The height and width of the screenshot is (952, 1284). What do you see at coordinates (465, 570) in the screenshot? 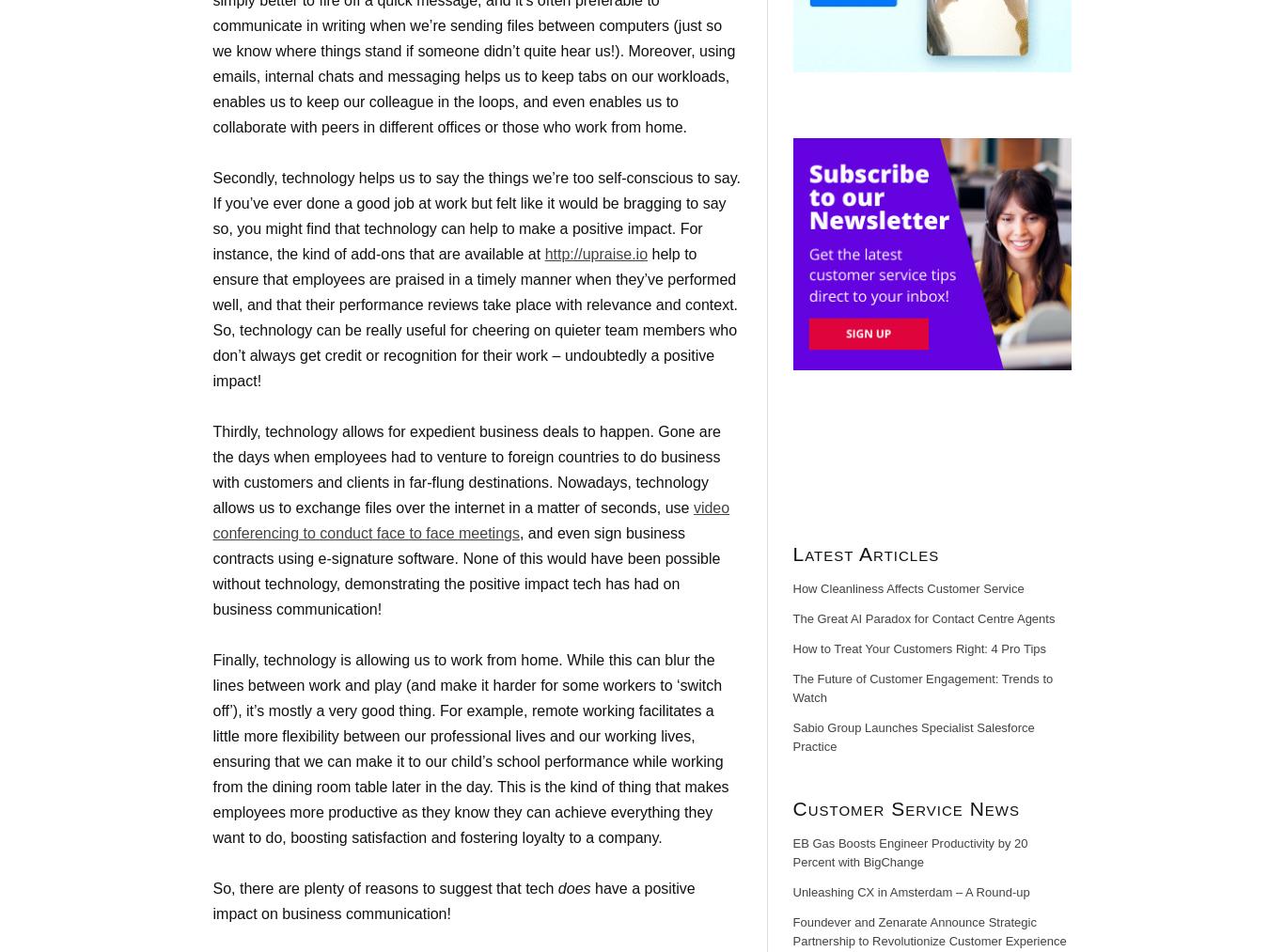
I see `', and even sign business contracts using e-signature software. None of this would have been possible without technology, demonstrating the positive impact tech has had on business communication!'` at bounding box center [465, 570].